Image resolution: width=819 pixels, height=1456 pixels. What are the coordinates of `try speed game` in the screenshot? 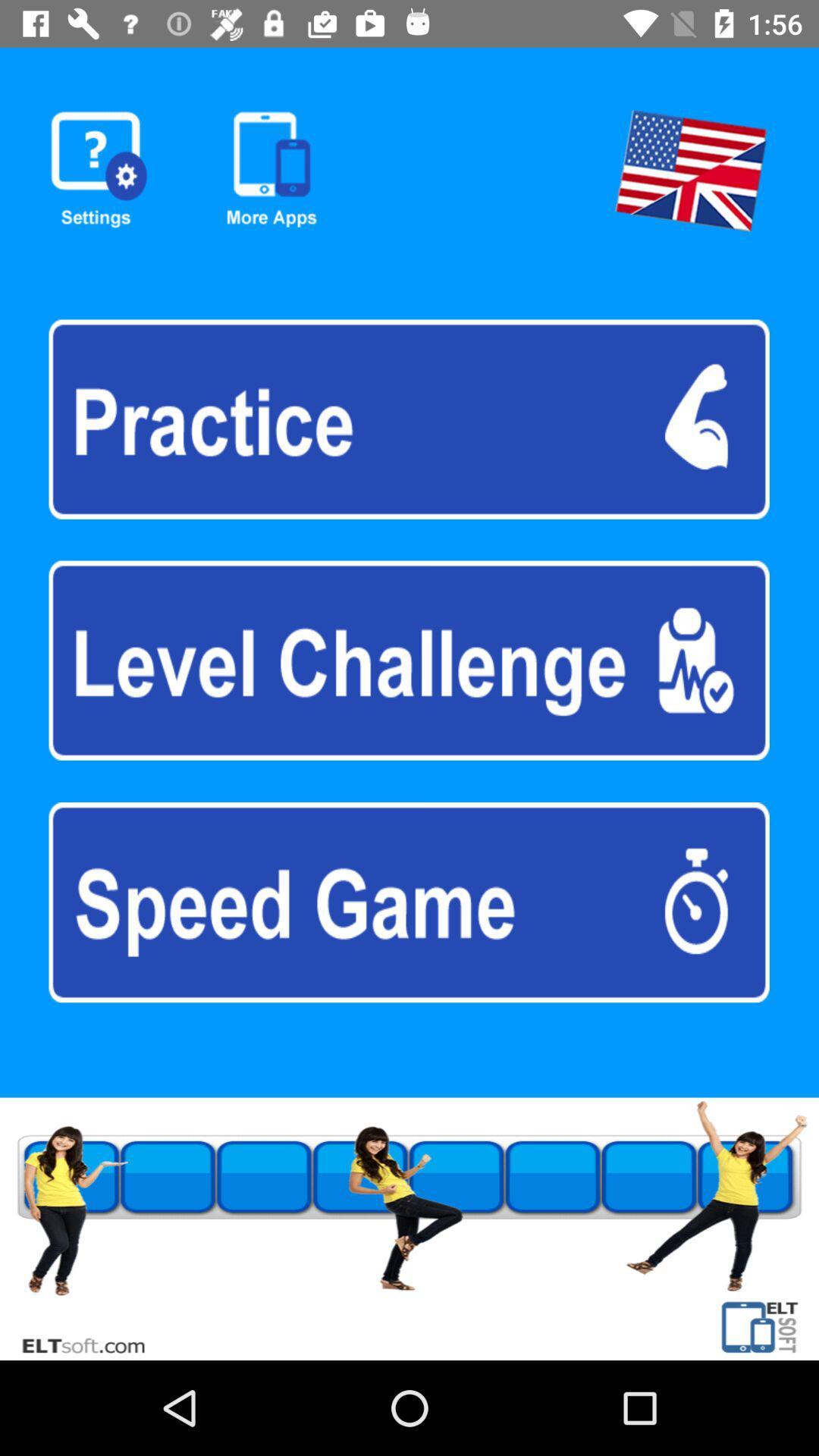 It's located at (408, 902).